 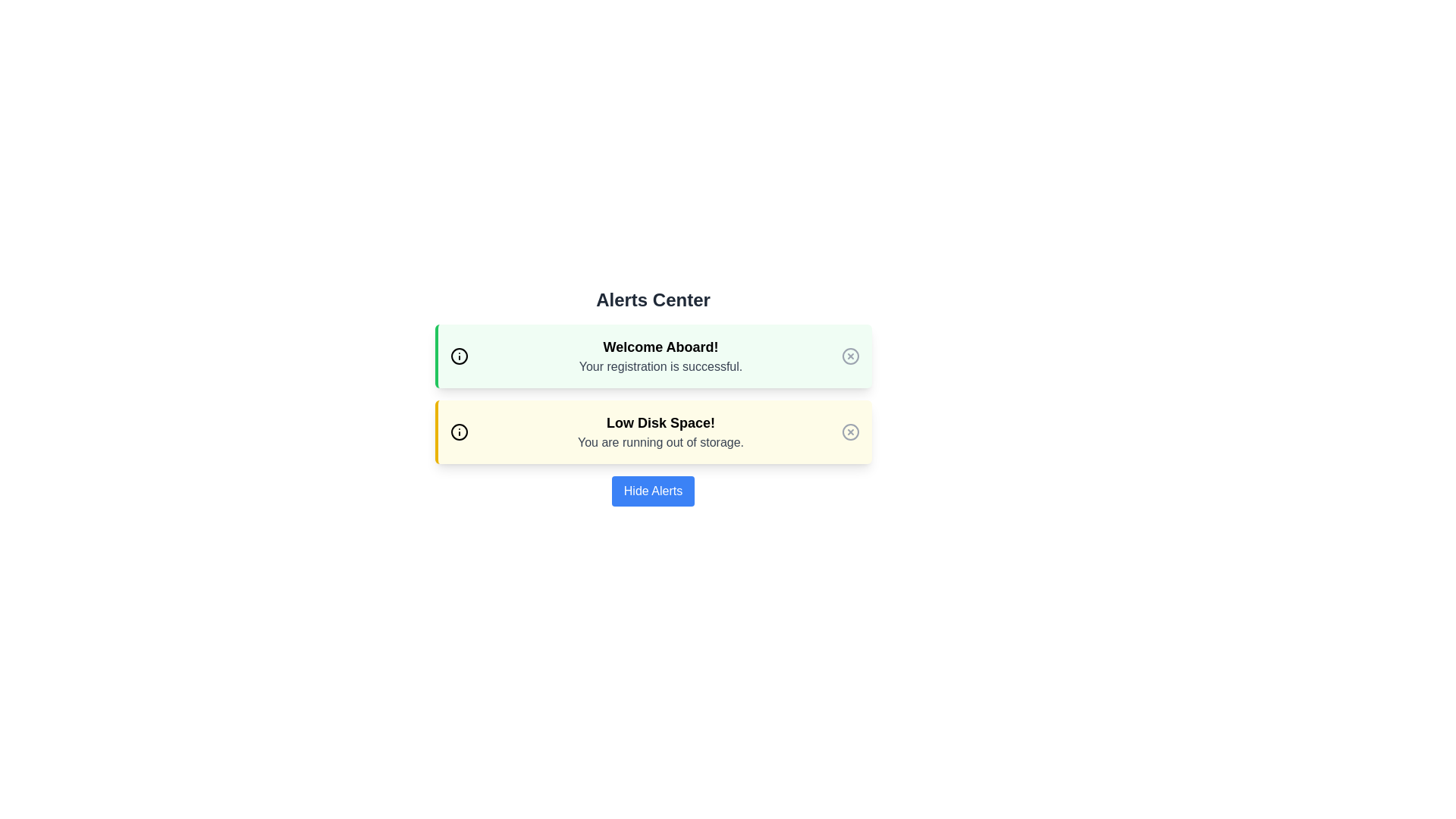 I want to click on the circular close button with a cross symbol at the top-right corner of the yellow alert box, so click(x=850, y=432).